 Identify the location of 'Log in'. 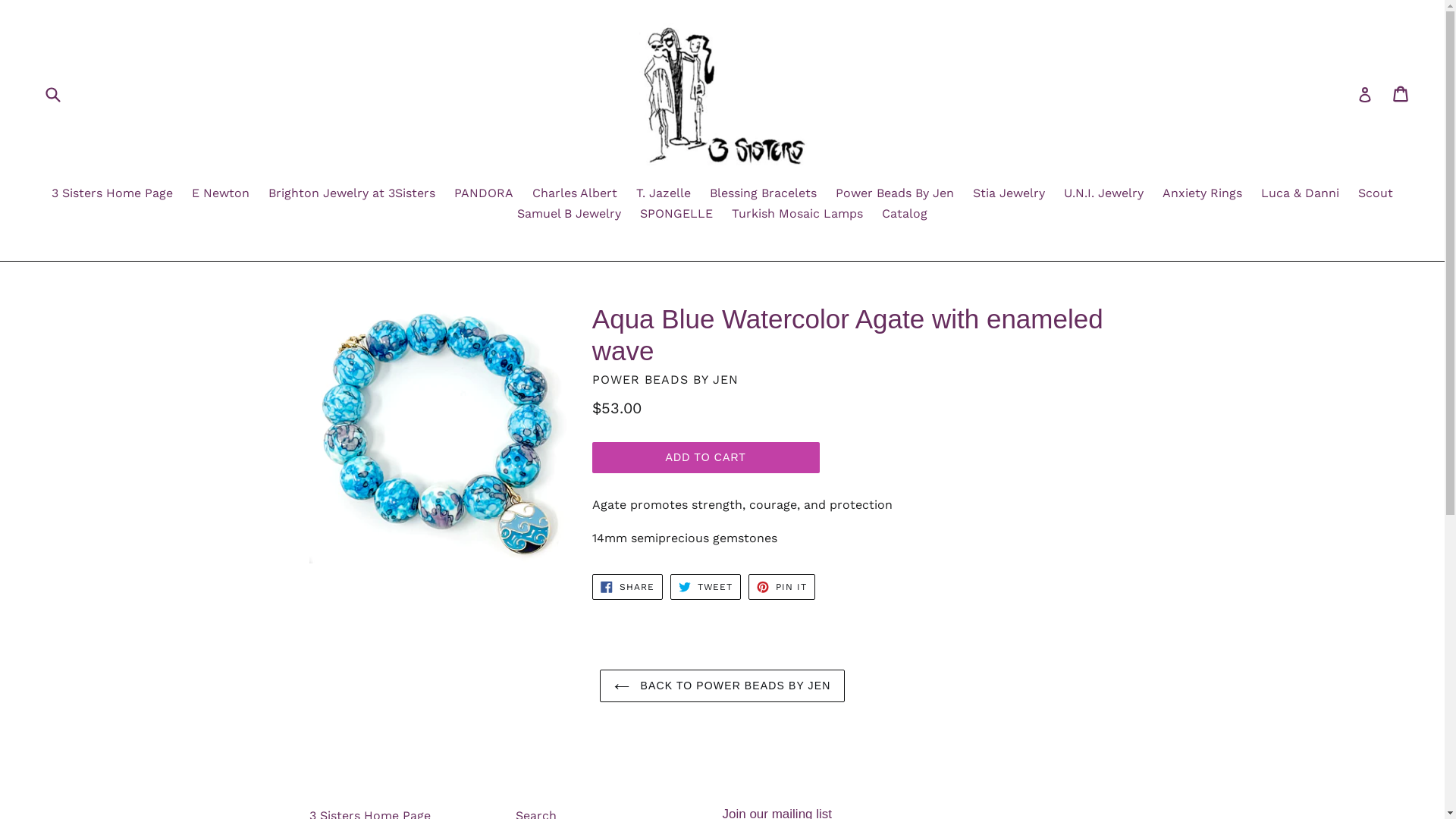
(1357, 93).